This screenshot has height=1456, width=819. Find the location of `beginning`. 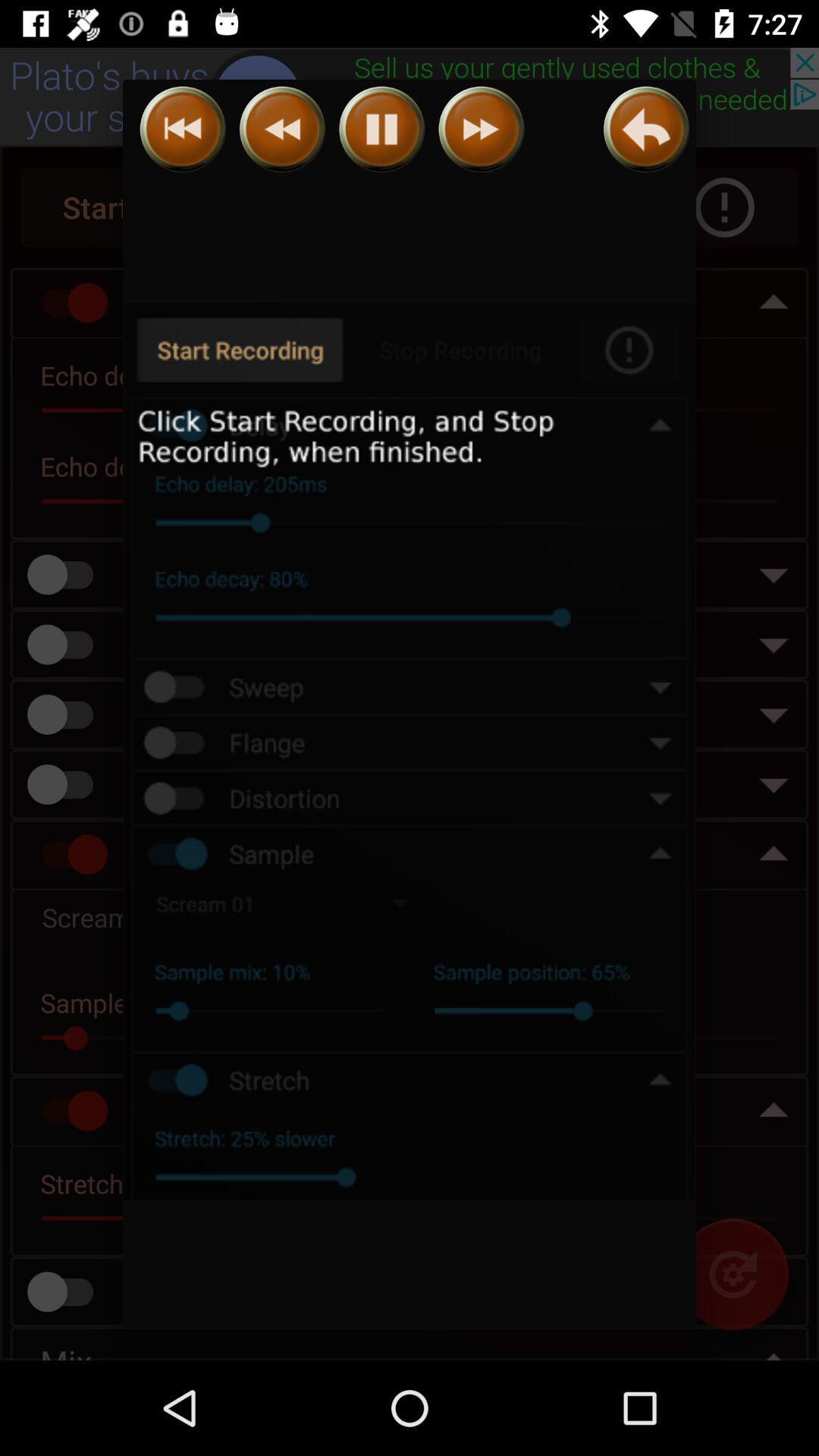

beginning is located at coordinates (182, 129).